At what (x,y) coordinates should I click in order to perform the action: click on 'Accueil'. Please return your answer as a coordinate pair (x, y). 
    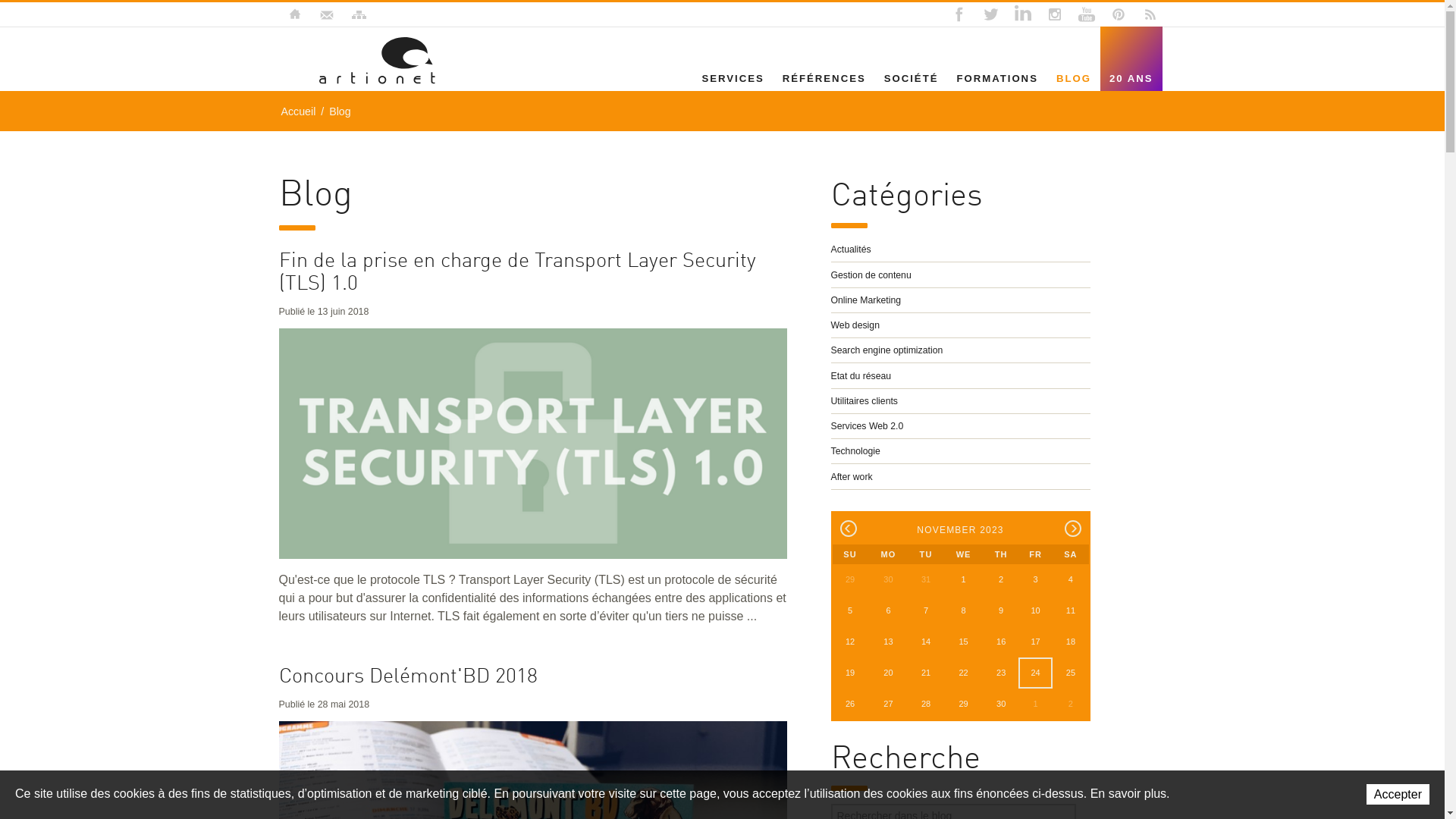
    Looking at the image, I should click on (298, 110).